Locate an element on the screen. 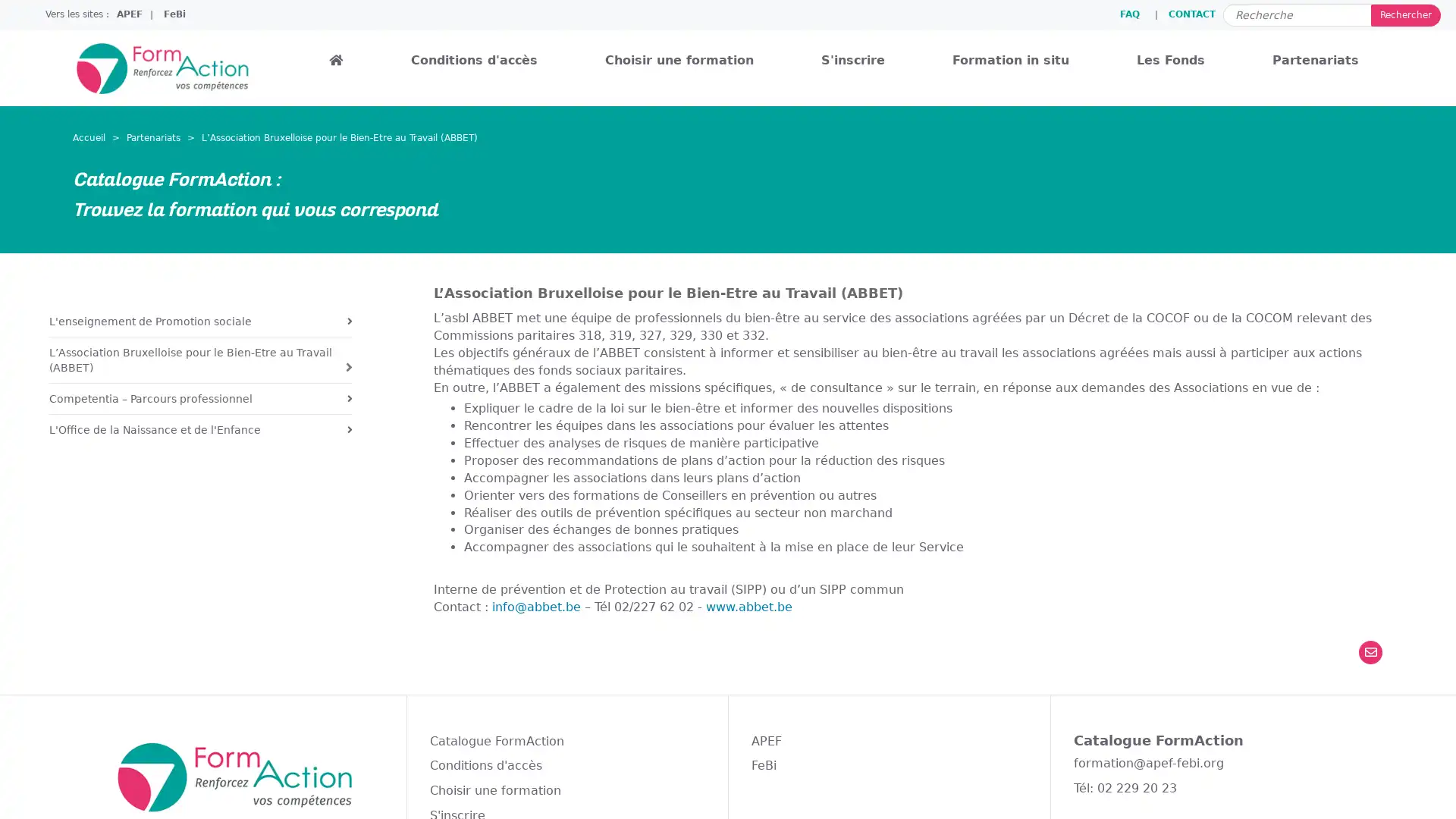  Rechercher is located at coordinates (1404, 14).